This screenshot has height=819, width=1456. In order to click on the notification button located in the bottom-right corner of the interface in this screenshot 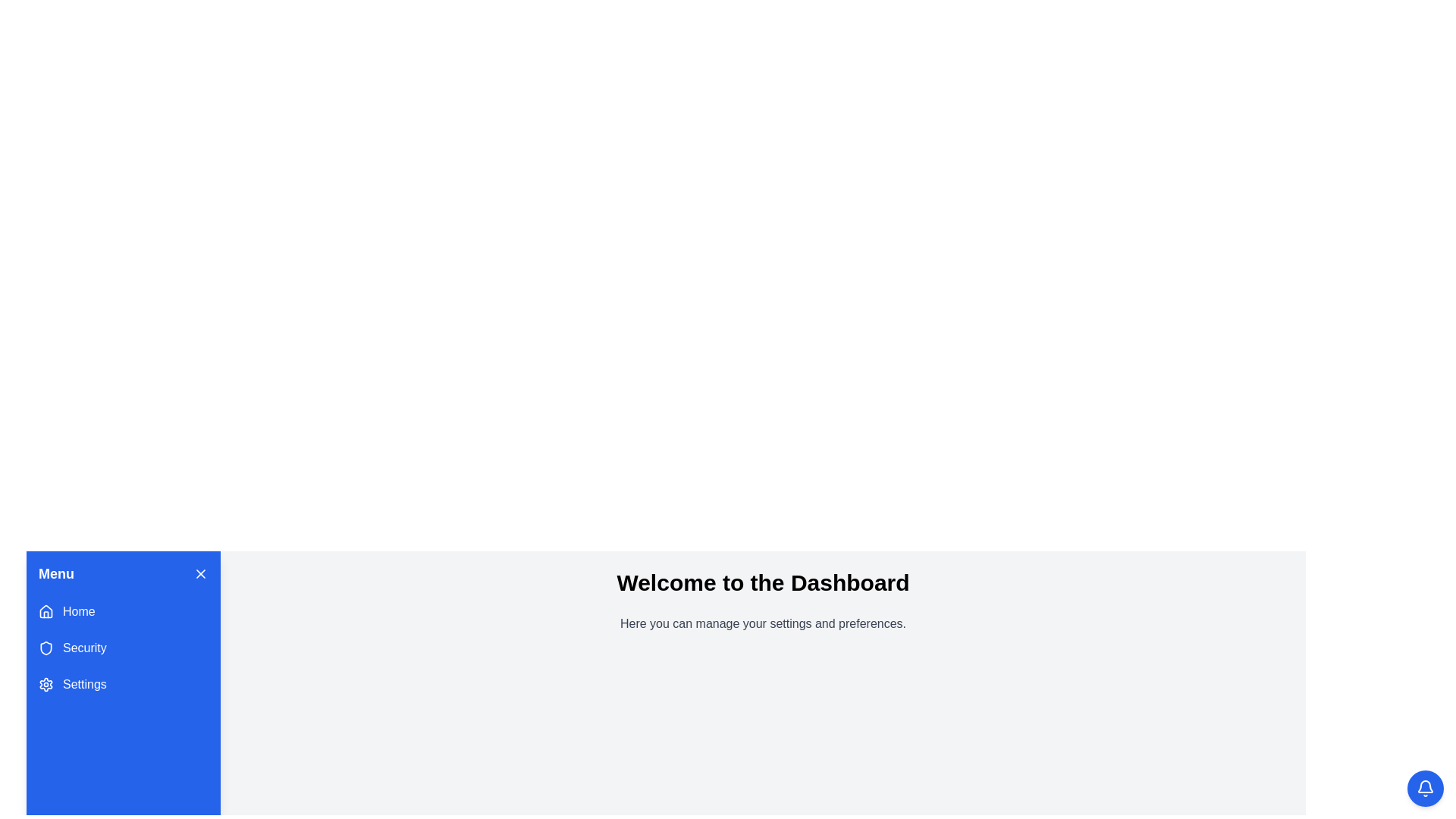, I will do `click(1425, 788)`.